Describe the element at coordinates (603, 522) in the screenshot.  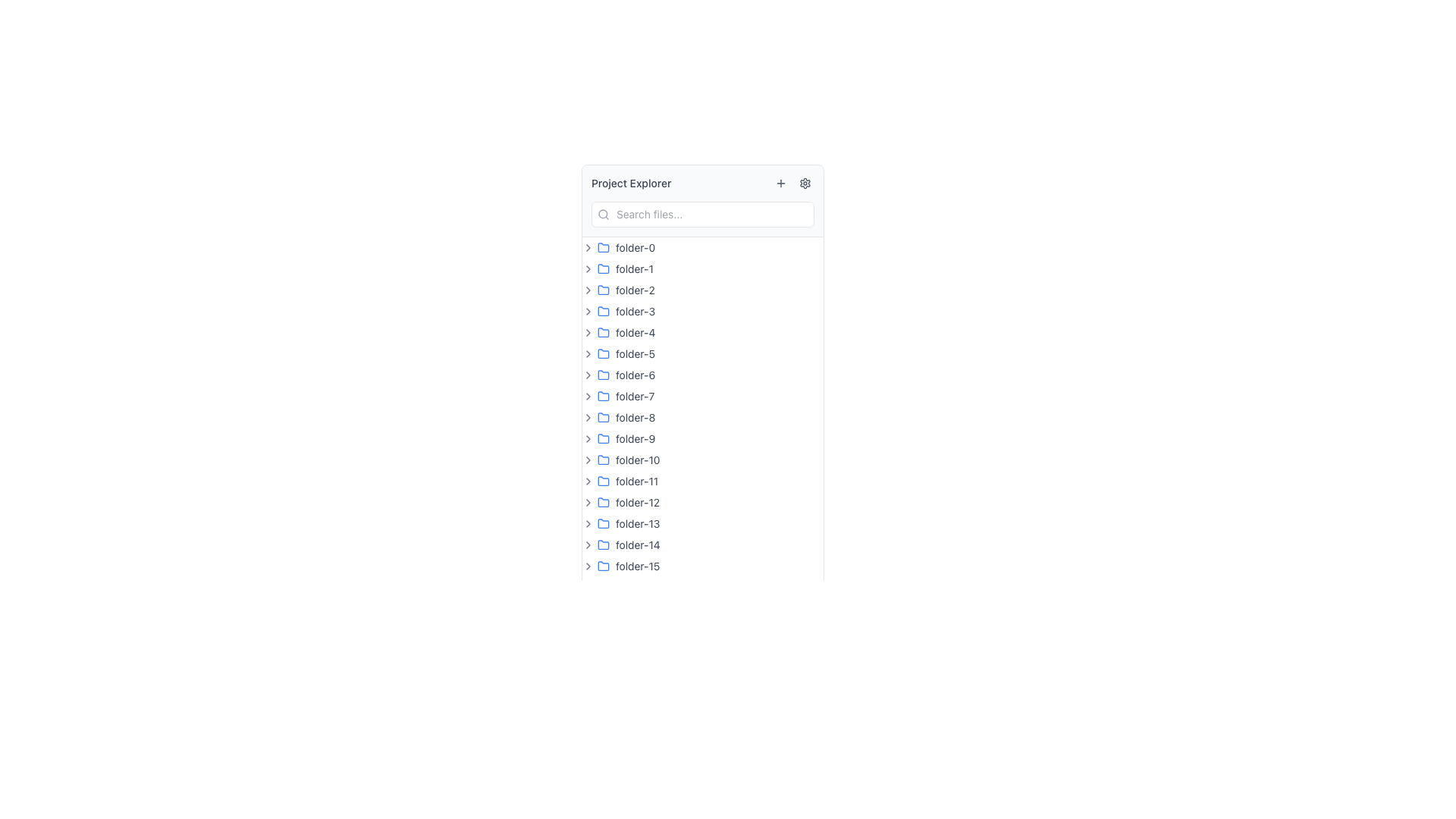
I see `the folder icon representing 'folder-13' located to the left in the vertical list of folder items` at that location.